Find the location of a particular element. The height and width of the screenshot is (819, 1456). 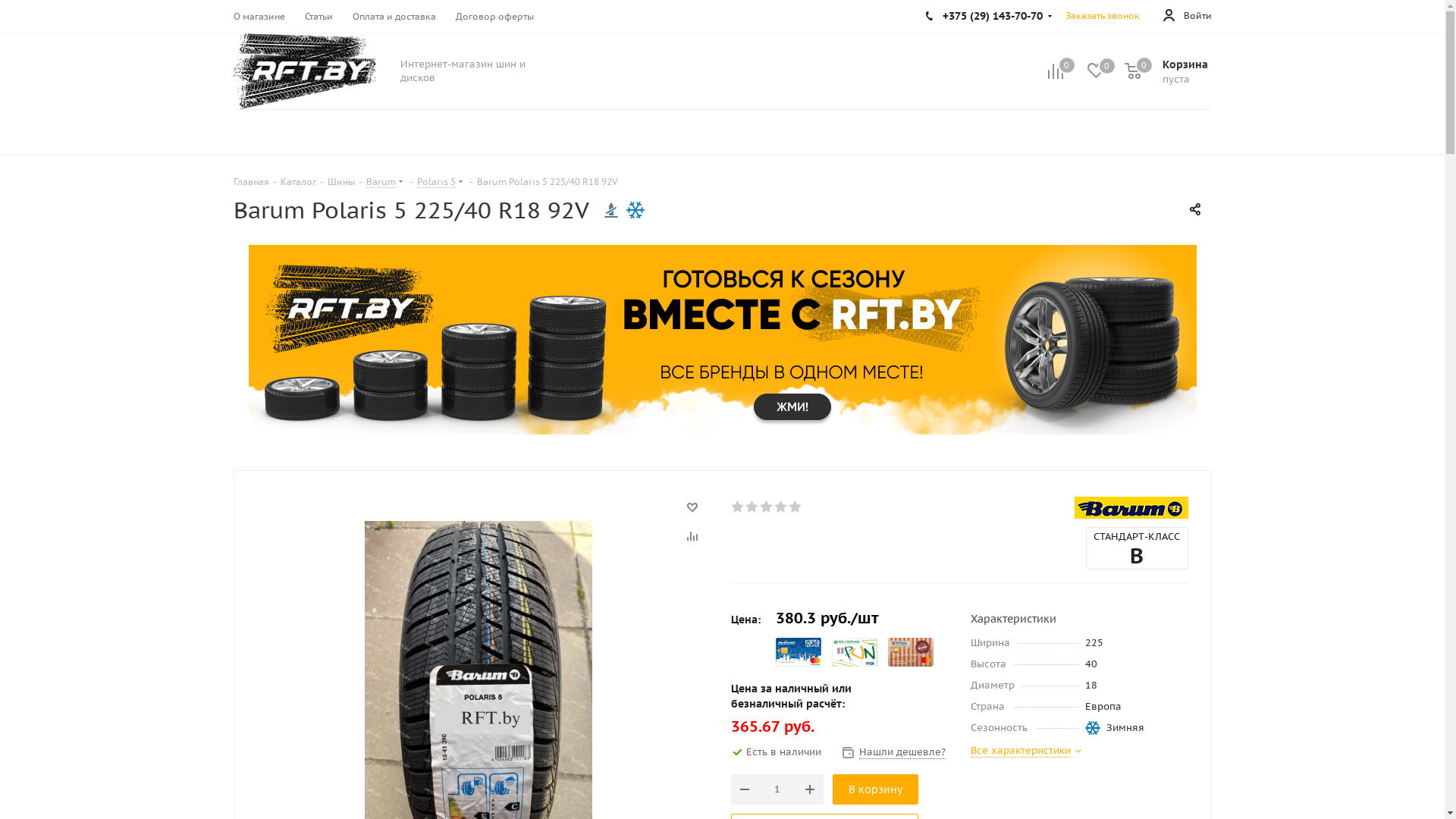

'Barum' is located at coordinates (365, 180).